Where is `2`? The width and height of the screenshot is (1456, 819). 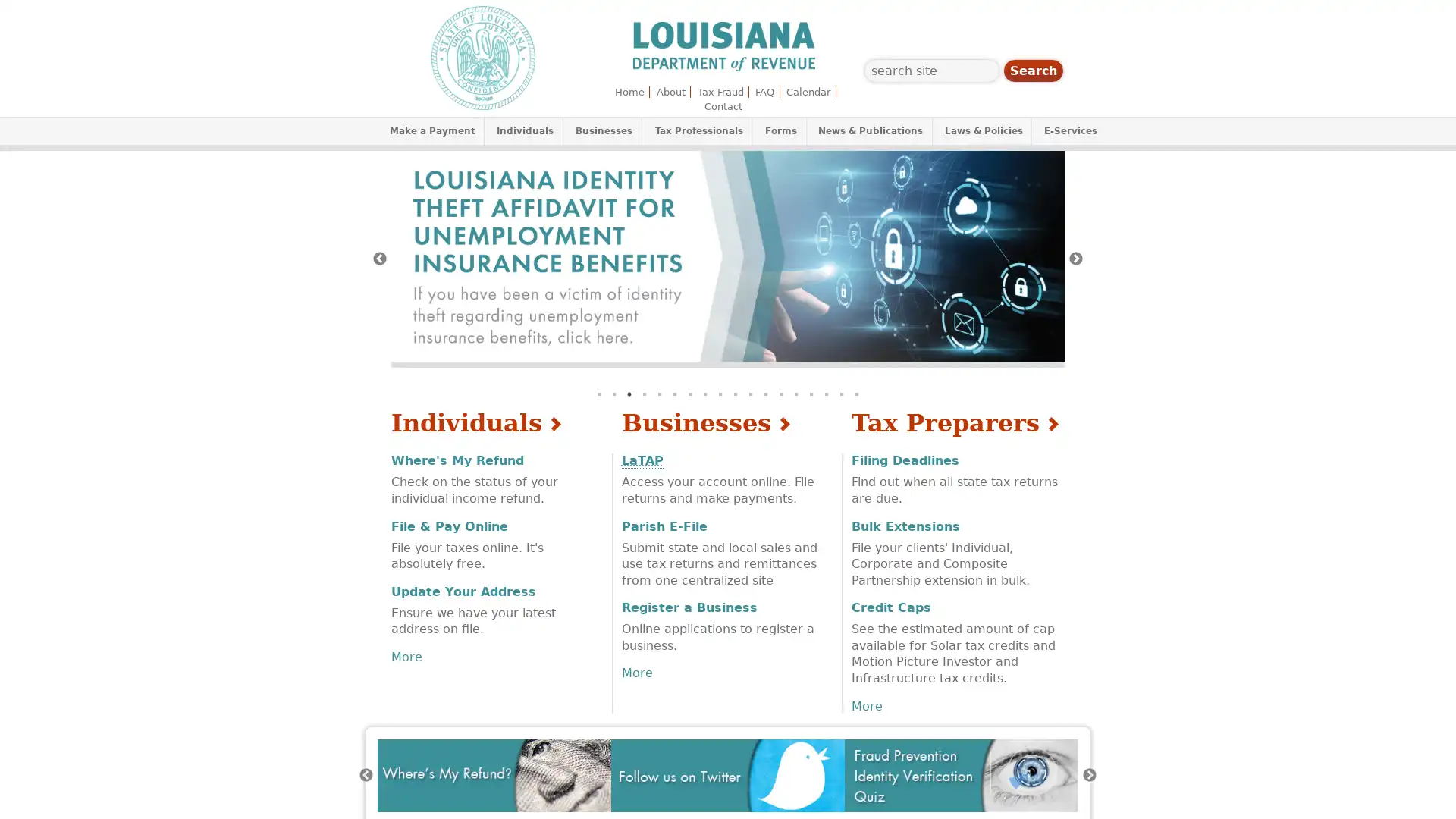 2 is located at coordinates (614, 394).